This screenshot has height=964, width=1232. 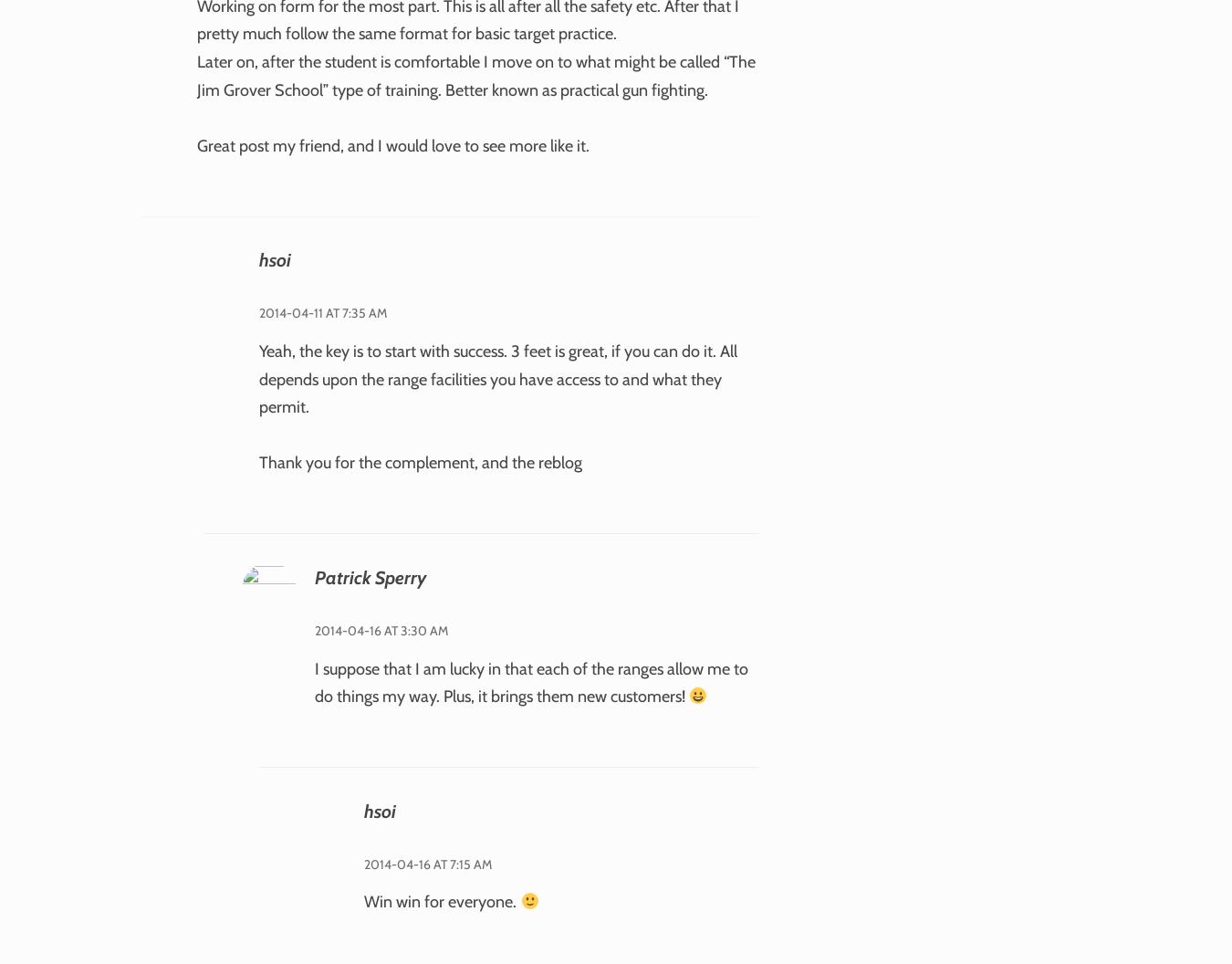 I want to click on '2014-04-16 at 3:30 am', so click(x=313, y=629).